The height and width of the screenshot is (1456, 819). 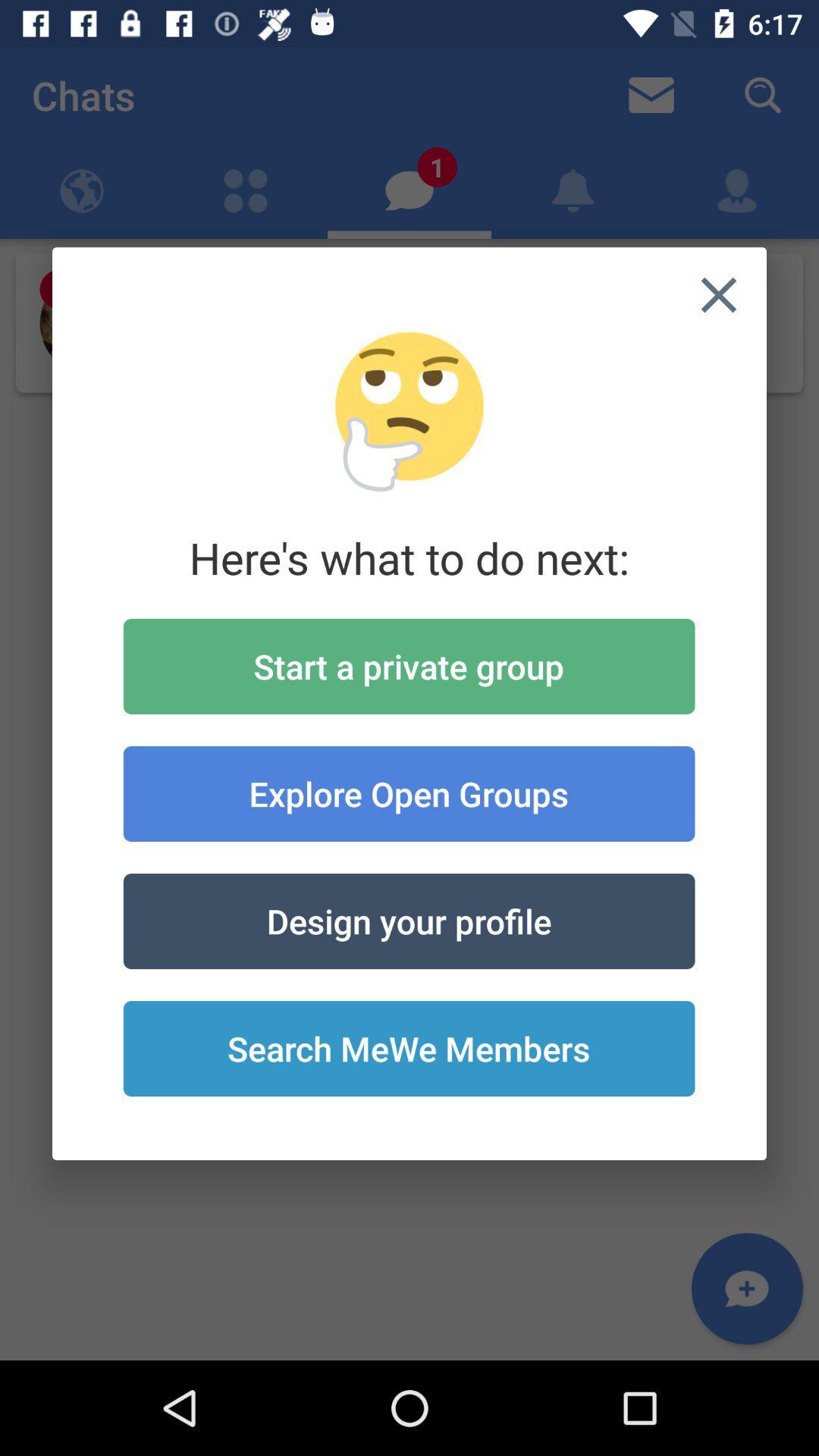 I want to click on the icon at the bottom, so click(x=408, y=1047).